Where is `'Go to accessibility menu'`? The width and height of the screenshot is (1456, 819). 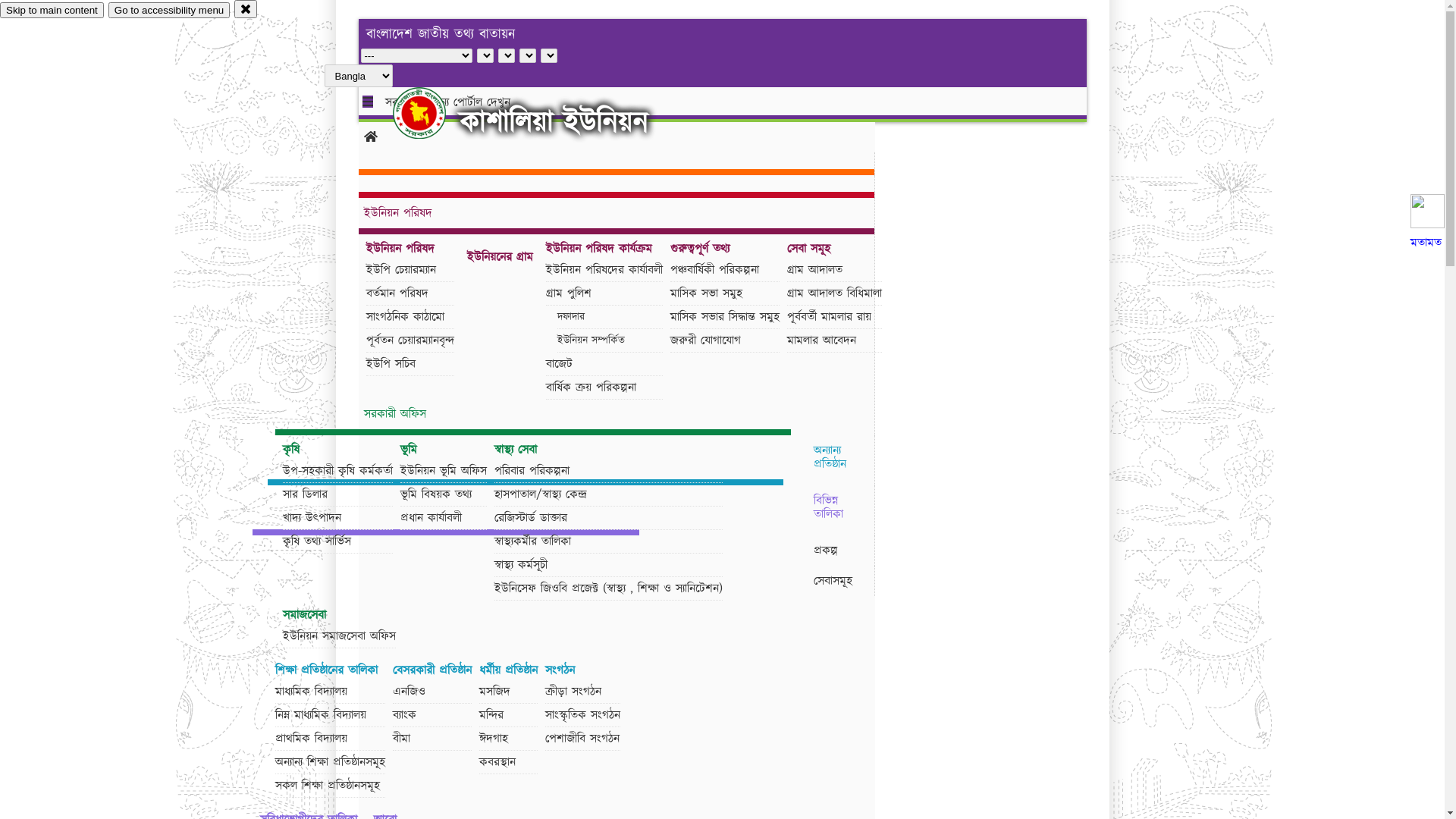 'Go to accessibility menu' is located at coordinates (168, 10).